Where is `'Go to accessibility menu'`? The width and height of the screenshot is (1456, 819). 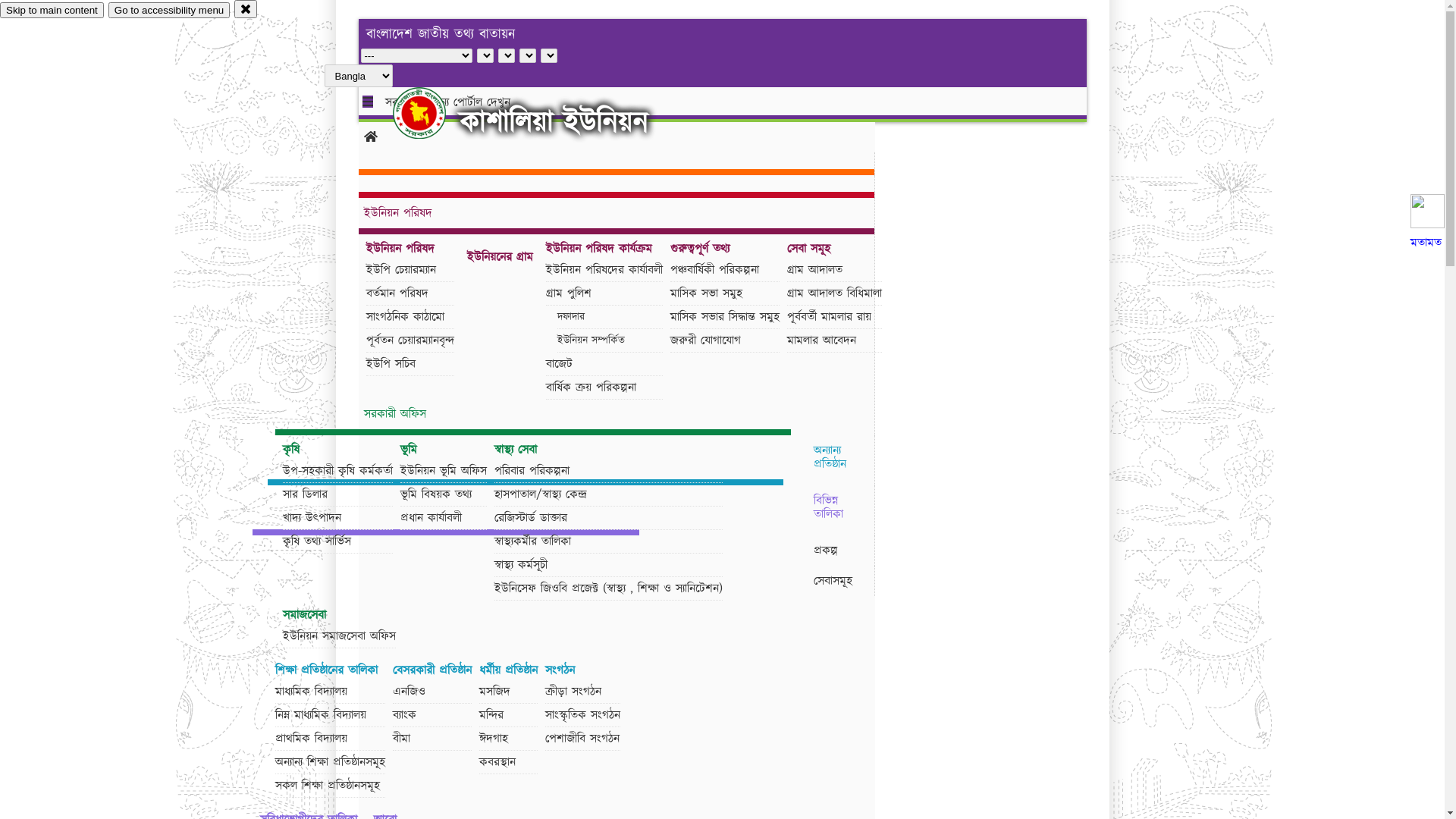 'Go to accessibility menu' is located at coordinates (168, 10).